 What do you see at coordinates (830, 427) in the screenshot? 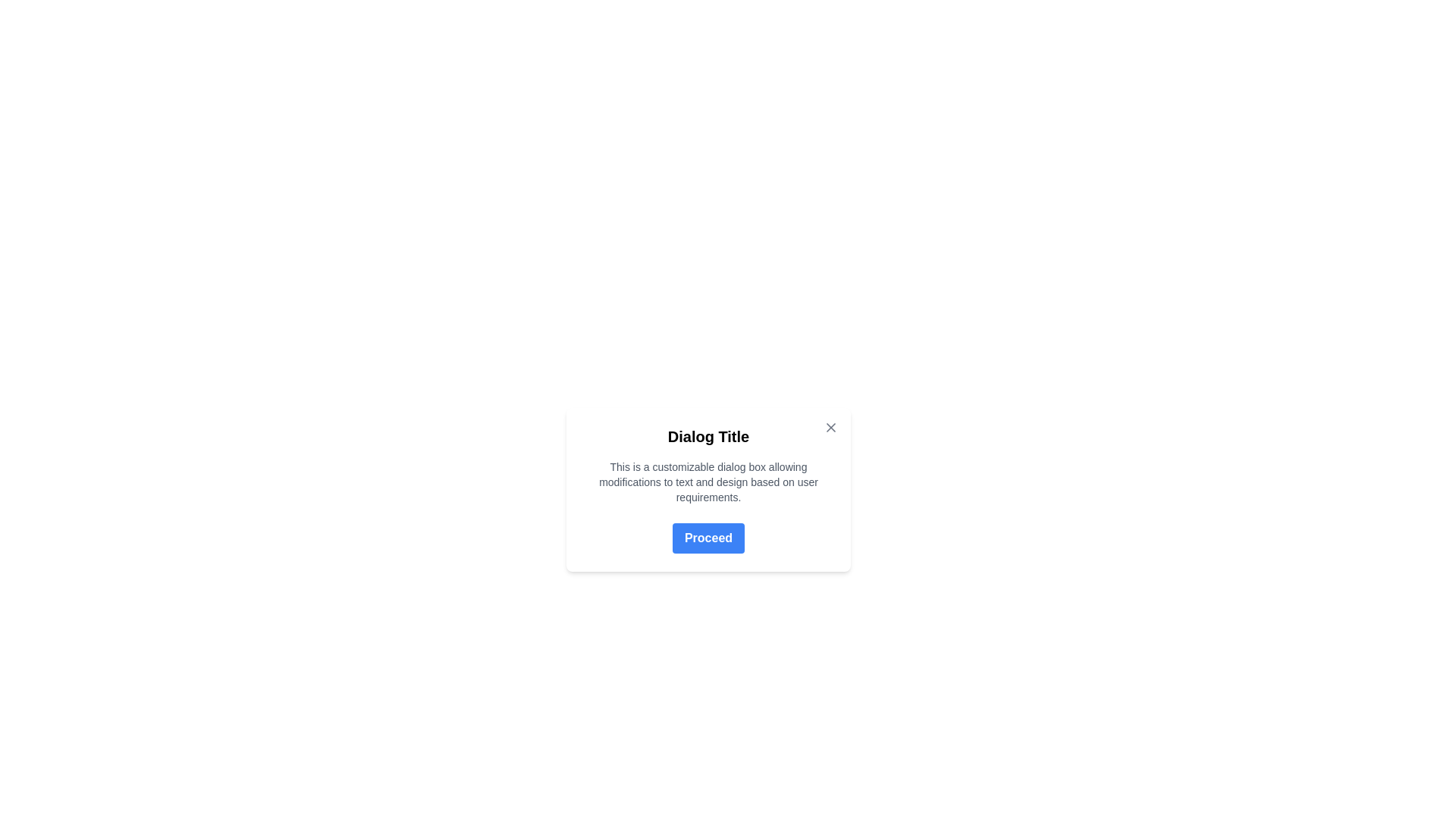
I see `the diagonal line forming part of the 'X' close icon located in the top-right corner of the dialog box` at bounding box center [830, 427].